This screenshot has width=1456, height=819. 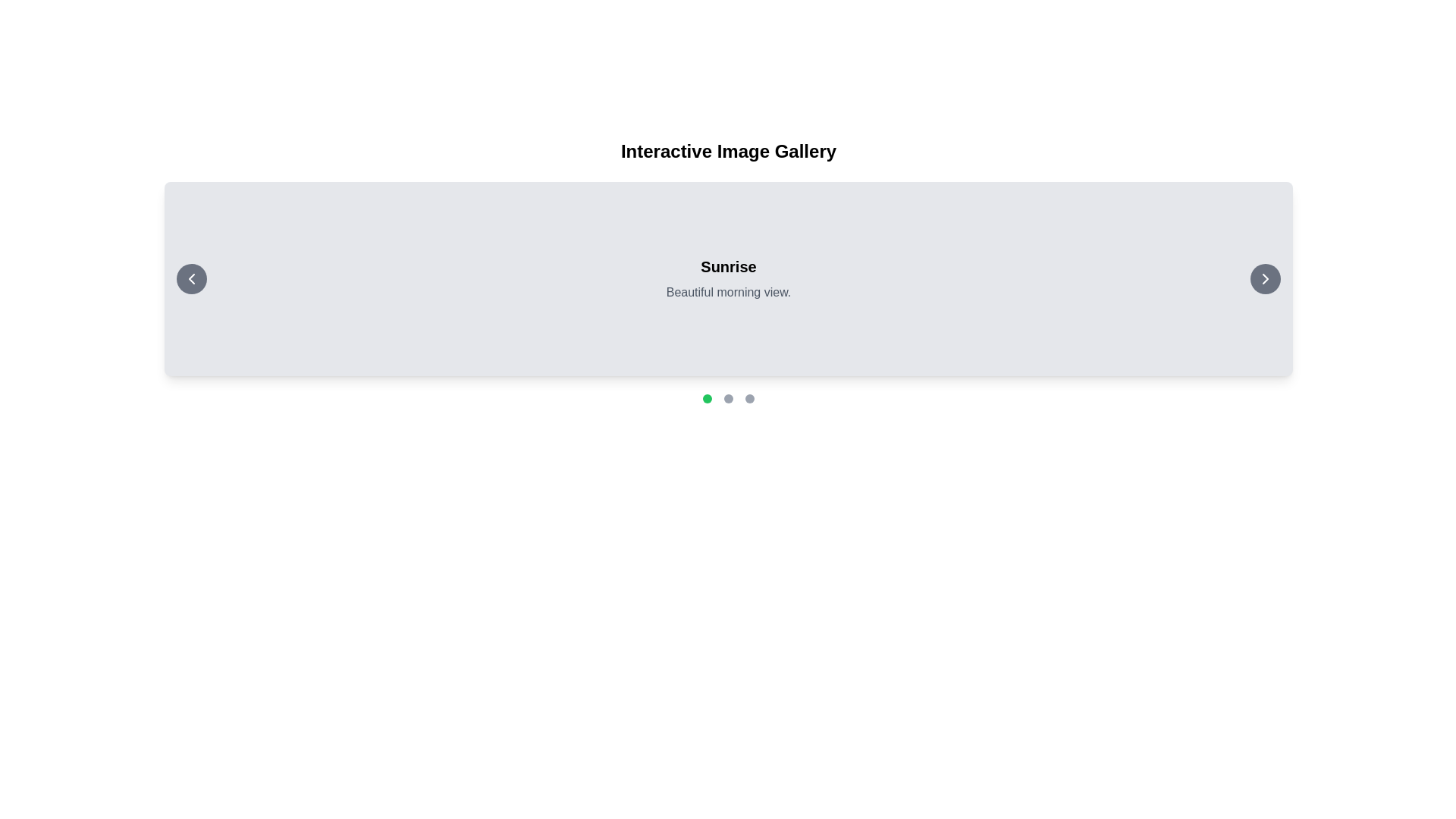 What do you see at coordinates (1266, 278) in the screenshot?
I see `the chevron arrow icon located within the circular button` at bounding box center [1266, 278].